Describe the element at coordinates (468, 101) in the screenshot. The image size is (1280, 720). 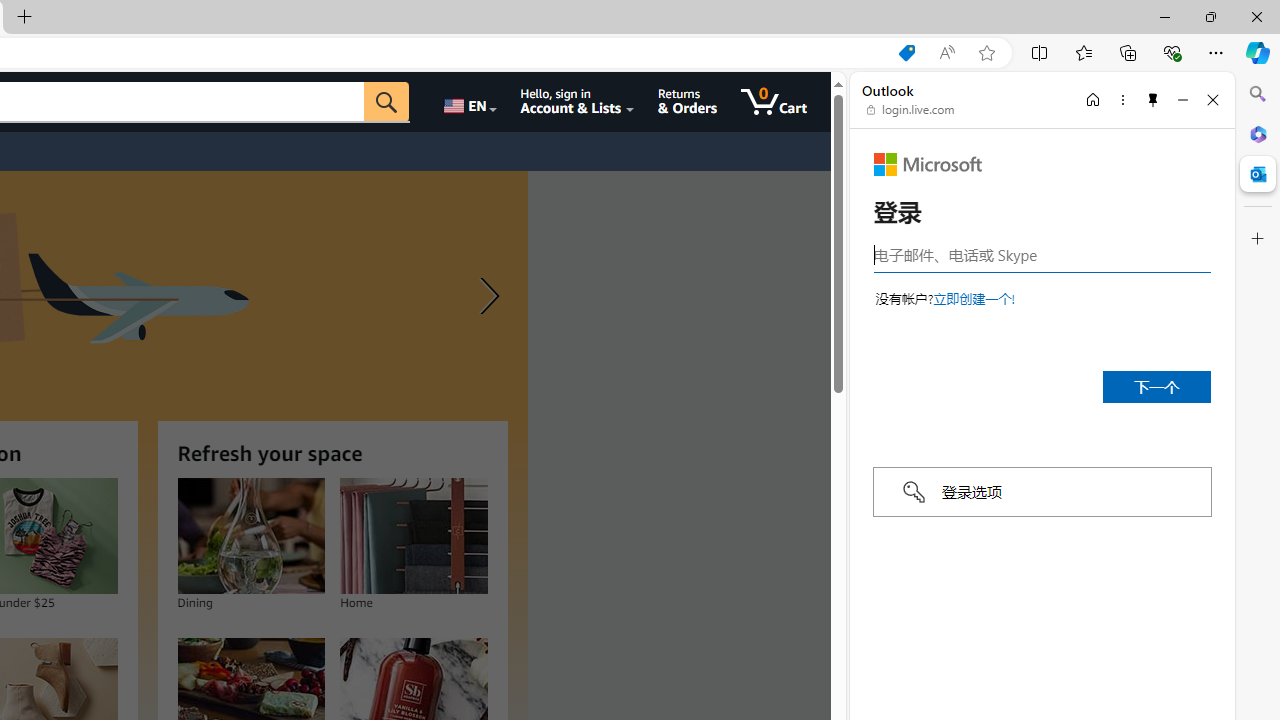
I see `'Choose a language for shopping.'` at that location.